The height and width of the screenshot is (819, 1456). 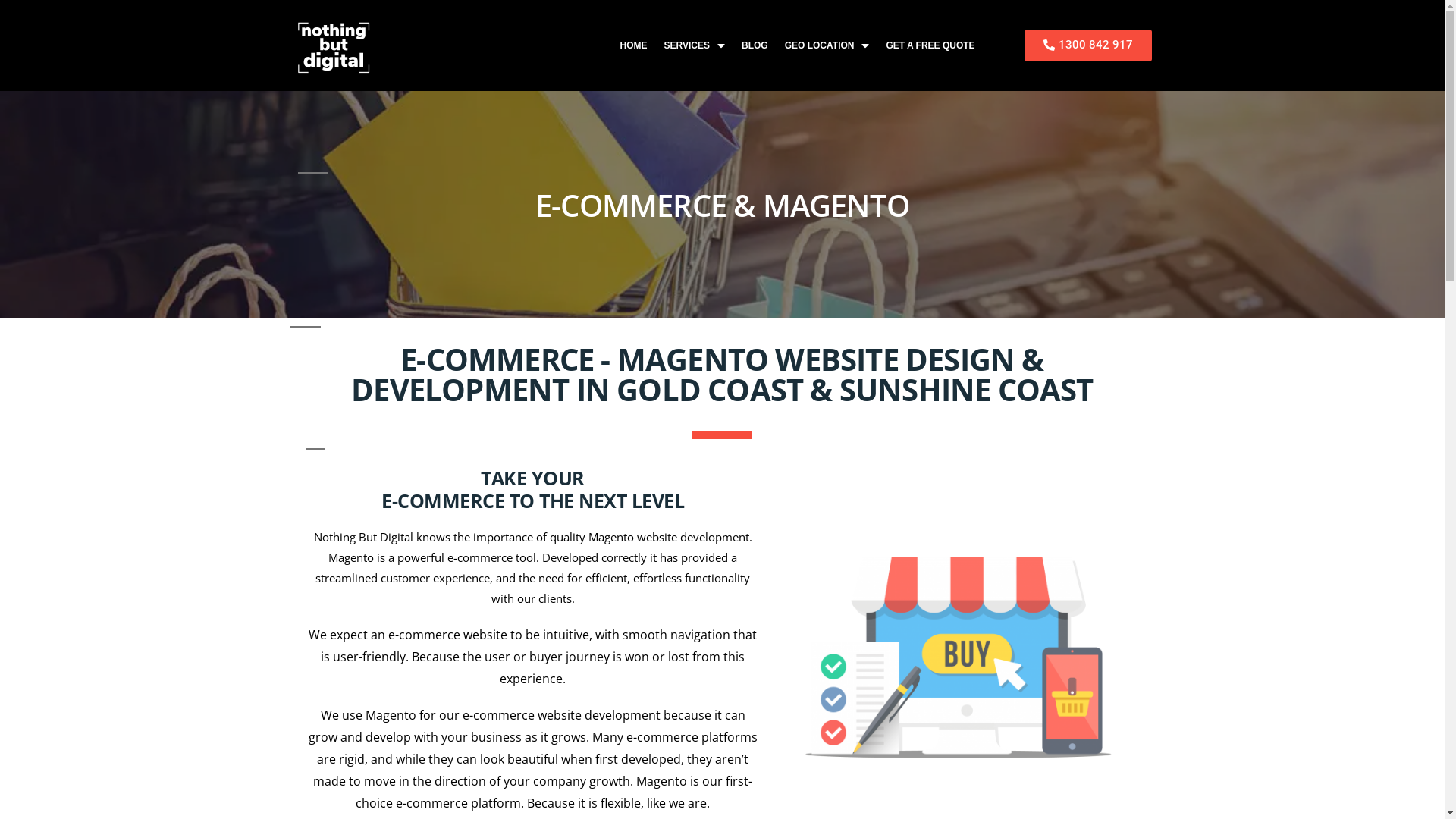 What do you see at coordinates (1024, 45) in the screenshot?
I see `'1300 842 917'` at bounding box center [1024, 45].